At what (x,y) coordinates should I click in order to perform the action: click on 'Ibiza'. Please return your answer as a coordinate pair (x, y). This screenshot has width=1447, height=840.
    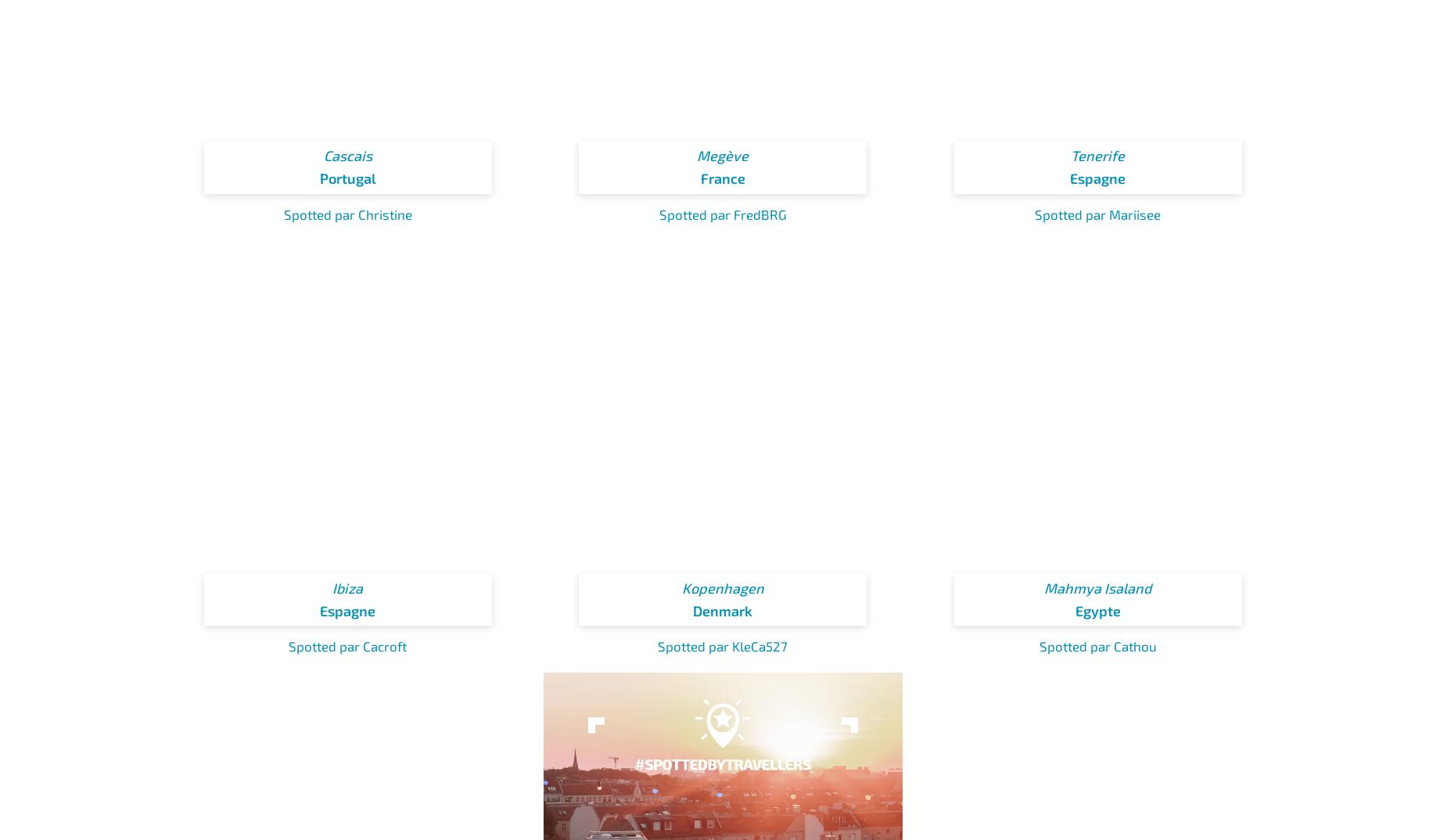
    Looking at the image, I should click on (331, 587).